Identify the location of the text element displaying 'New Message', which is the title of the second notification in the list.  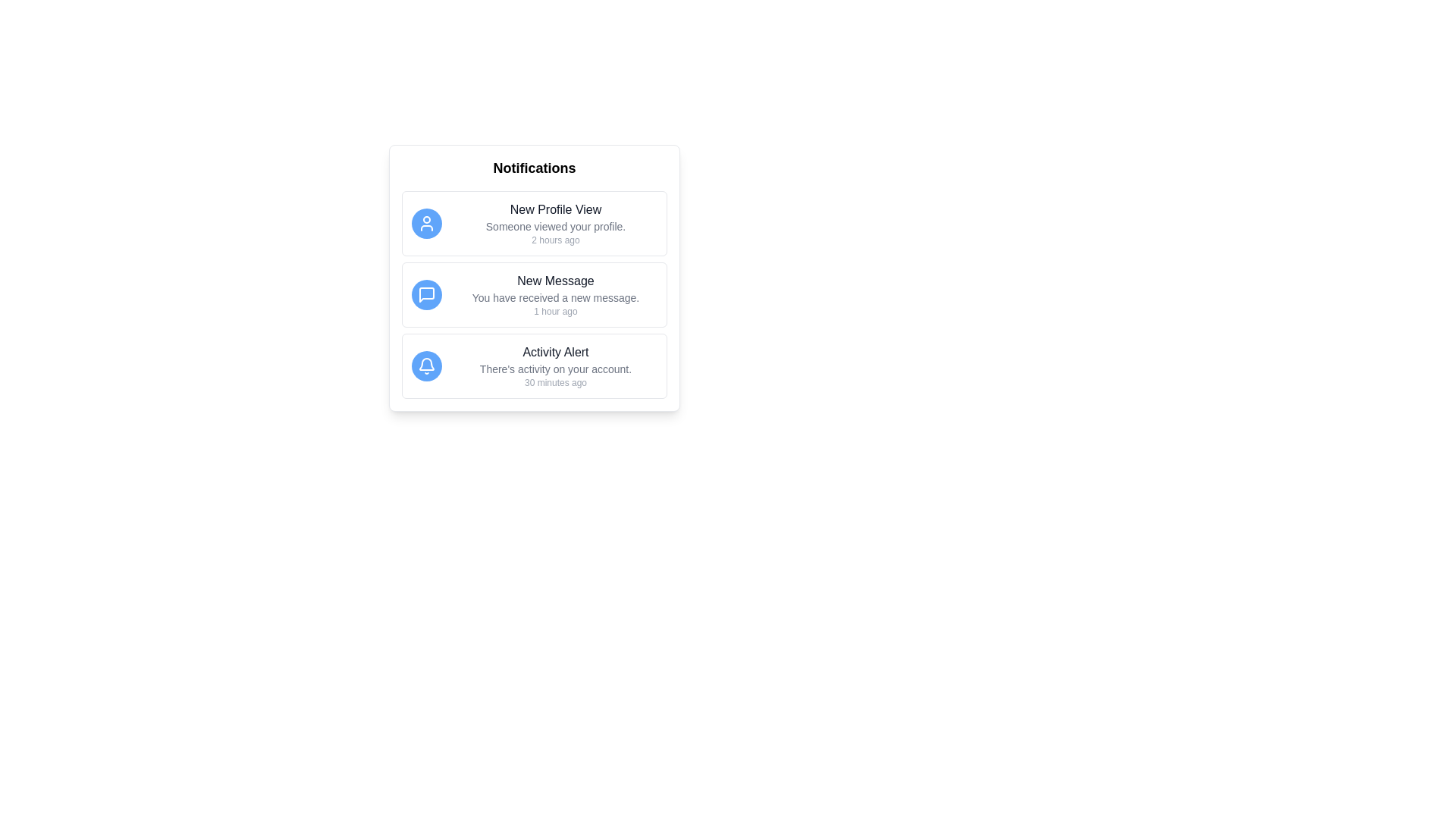
(555, 281).